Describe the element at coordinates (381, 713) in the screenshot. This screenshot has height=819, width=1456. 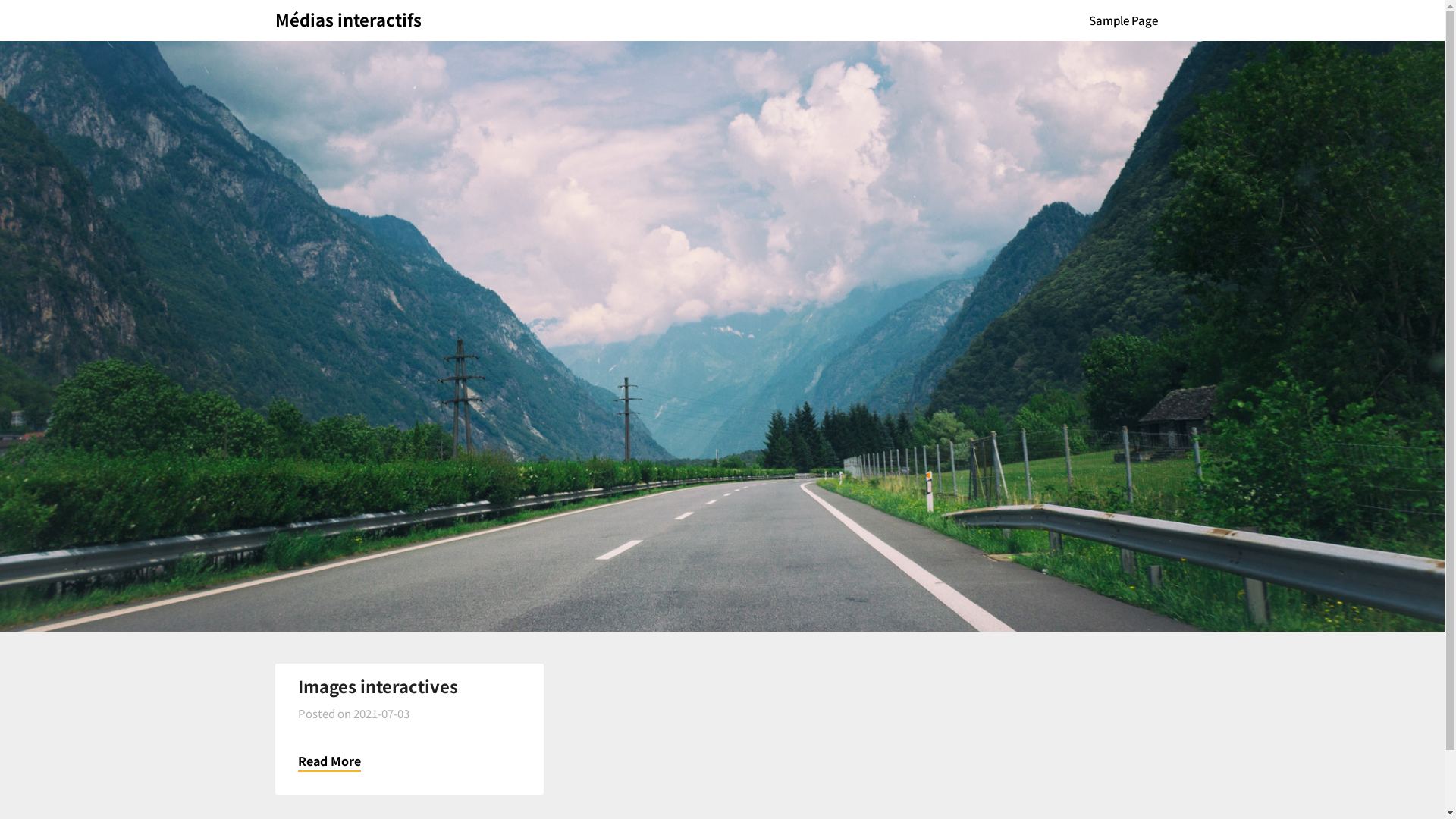
I see `'2021-07-03'` at that location.